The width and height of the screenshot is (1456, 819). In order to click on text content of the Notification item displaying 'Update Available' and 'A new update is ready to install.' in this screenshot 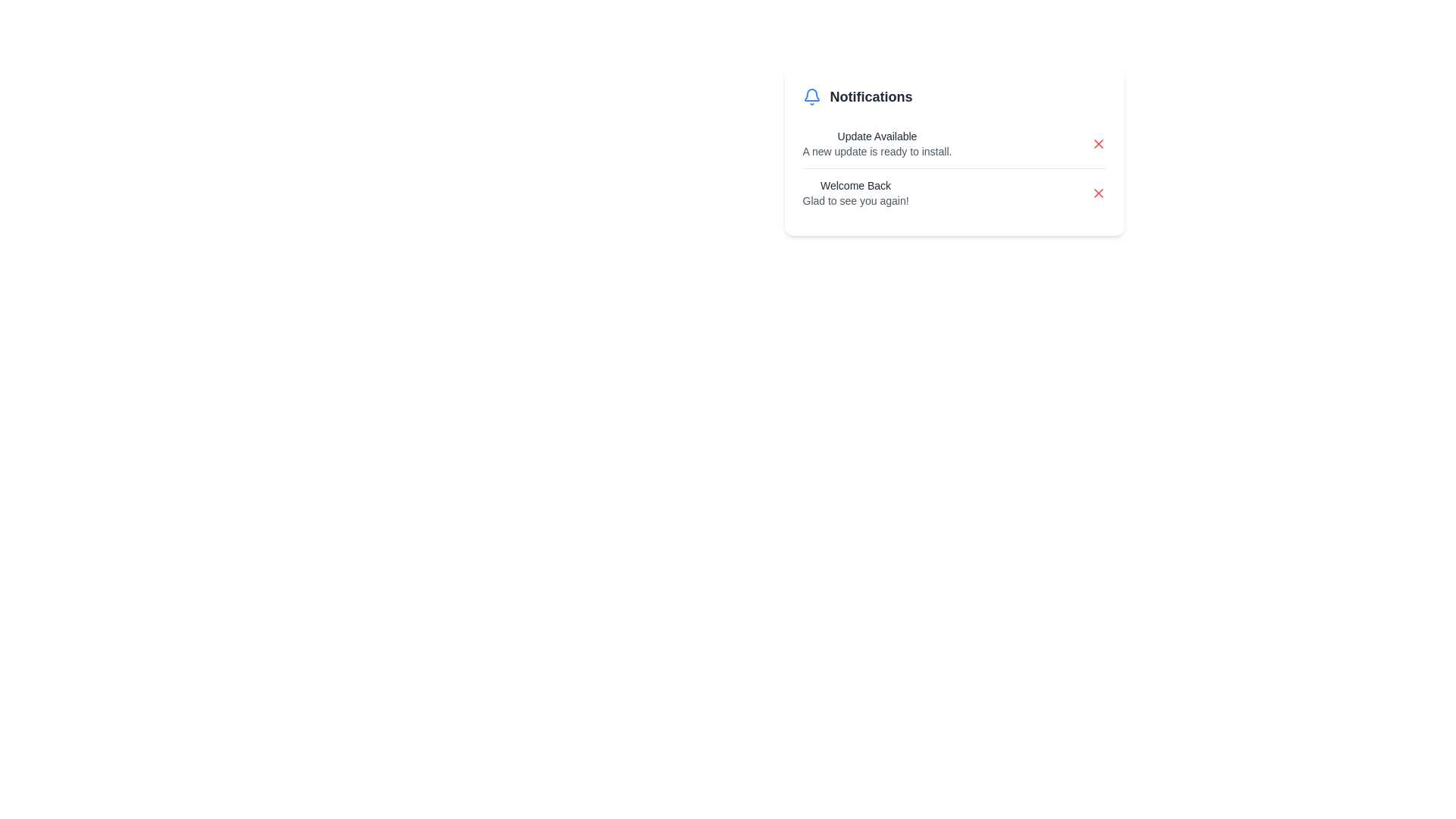, I will do `click(877, 143)`.